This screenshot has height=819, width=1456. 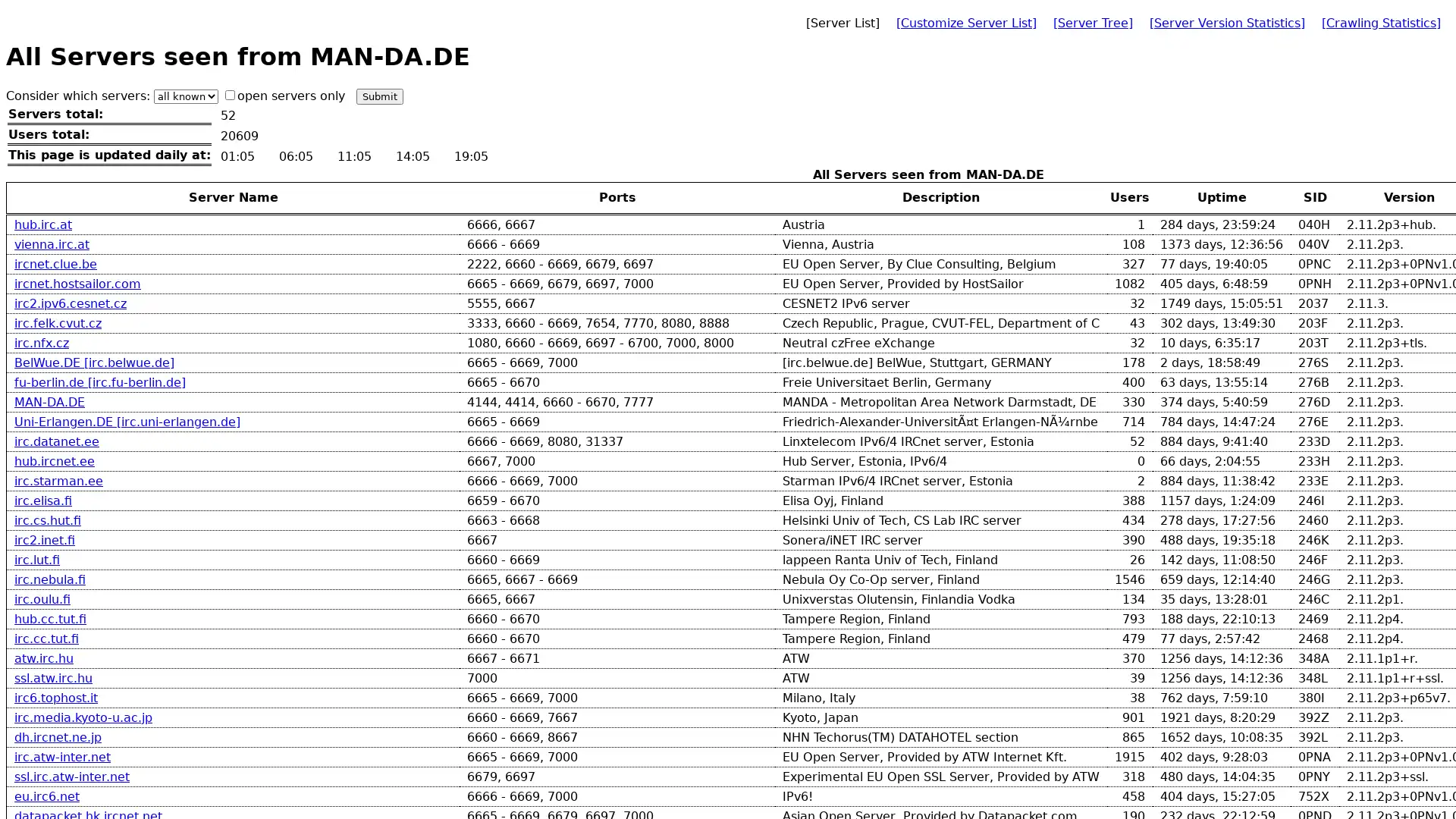 I want to click on Submit, so click(x=379, y=96).